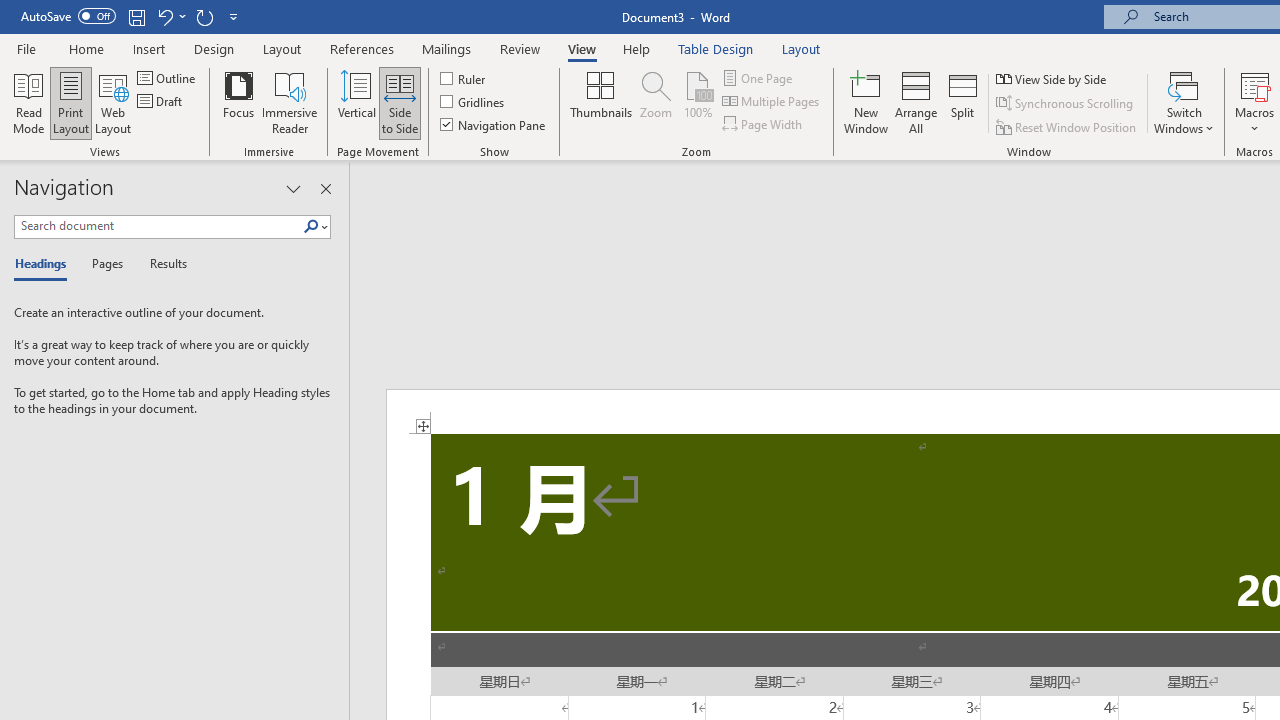  Describe the element at coordinates (234, 16) in the screenshot. I see `'Customize Quick Access Toolbar'` at that location.